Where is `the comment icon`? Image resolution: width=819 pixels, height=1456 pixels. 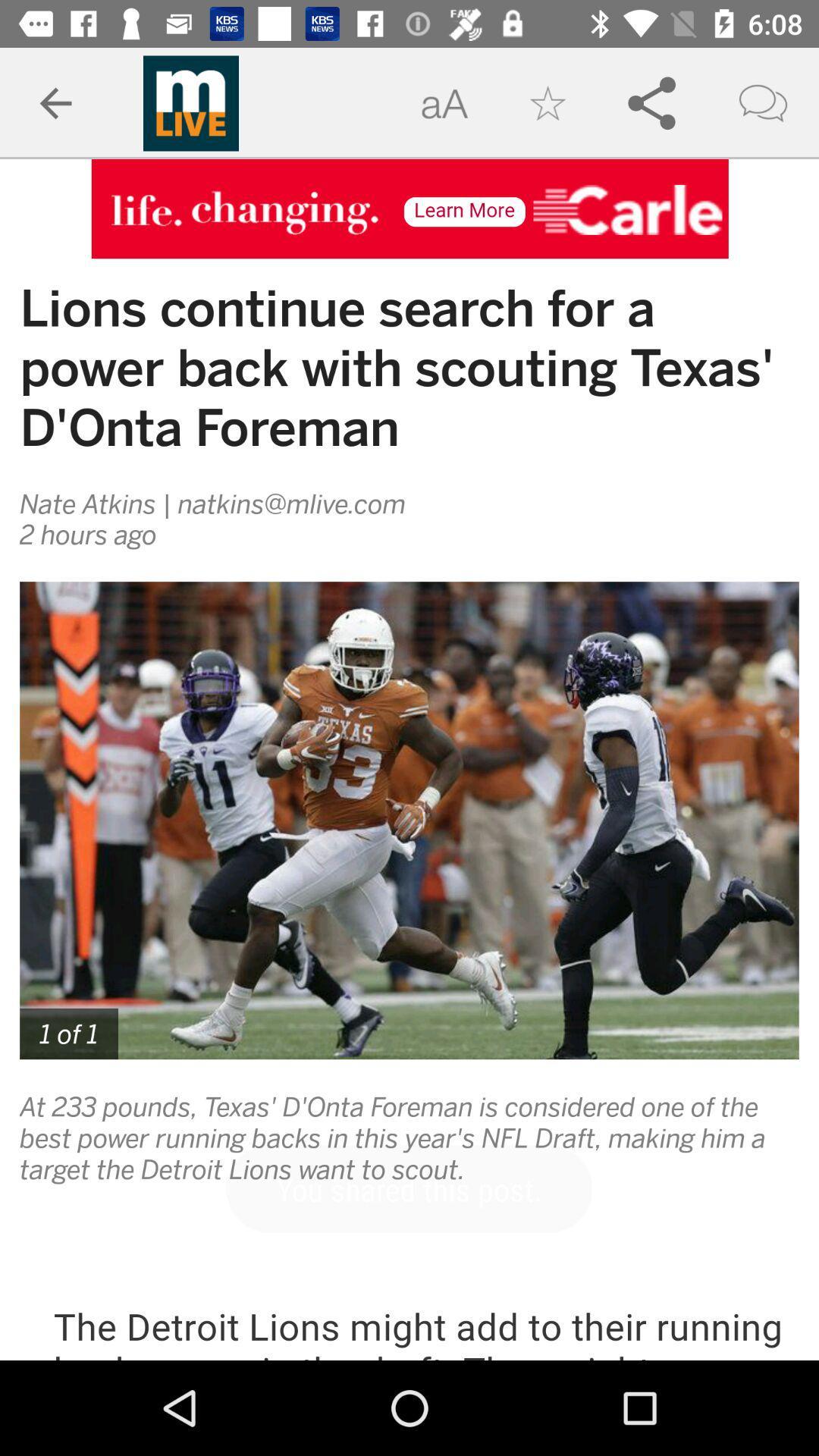
the comment icon is located at coordinates (763, 103).